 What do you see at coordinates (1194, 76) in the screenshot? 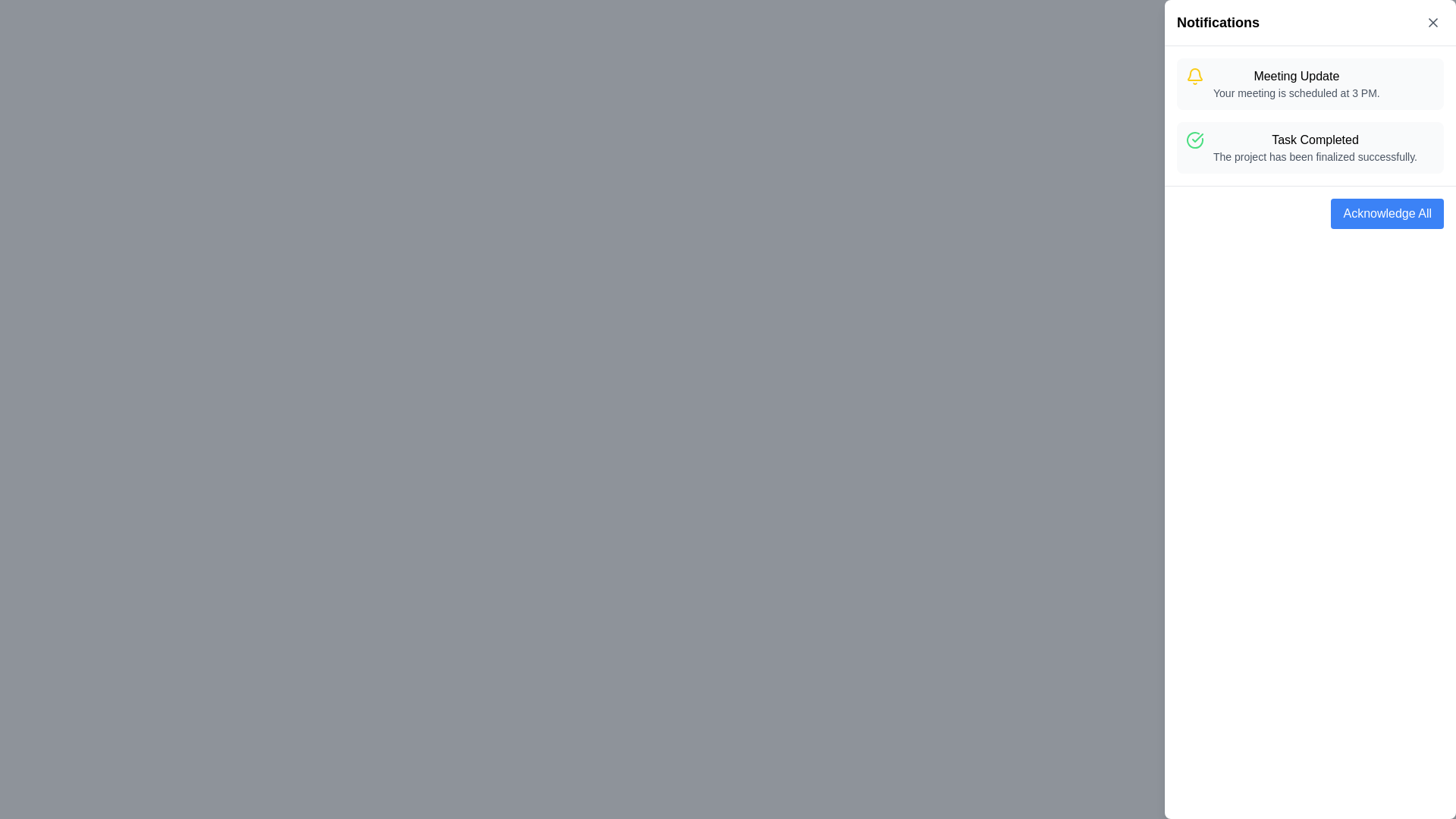
I see `the golden yellow bell icon located at the top-left corner of the notification card` at bounding box center [1194, 76].